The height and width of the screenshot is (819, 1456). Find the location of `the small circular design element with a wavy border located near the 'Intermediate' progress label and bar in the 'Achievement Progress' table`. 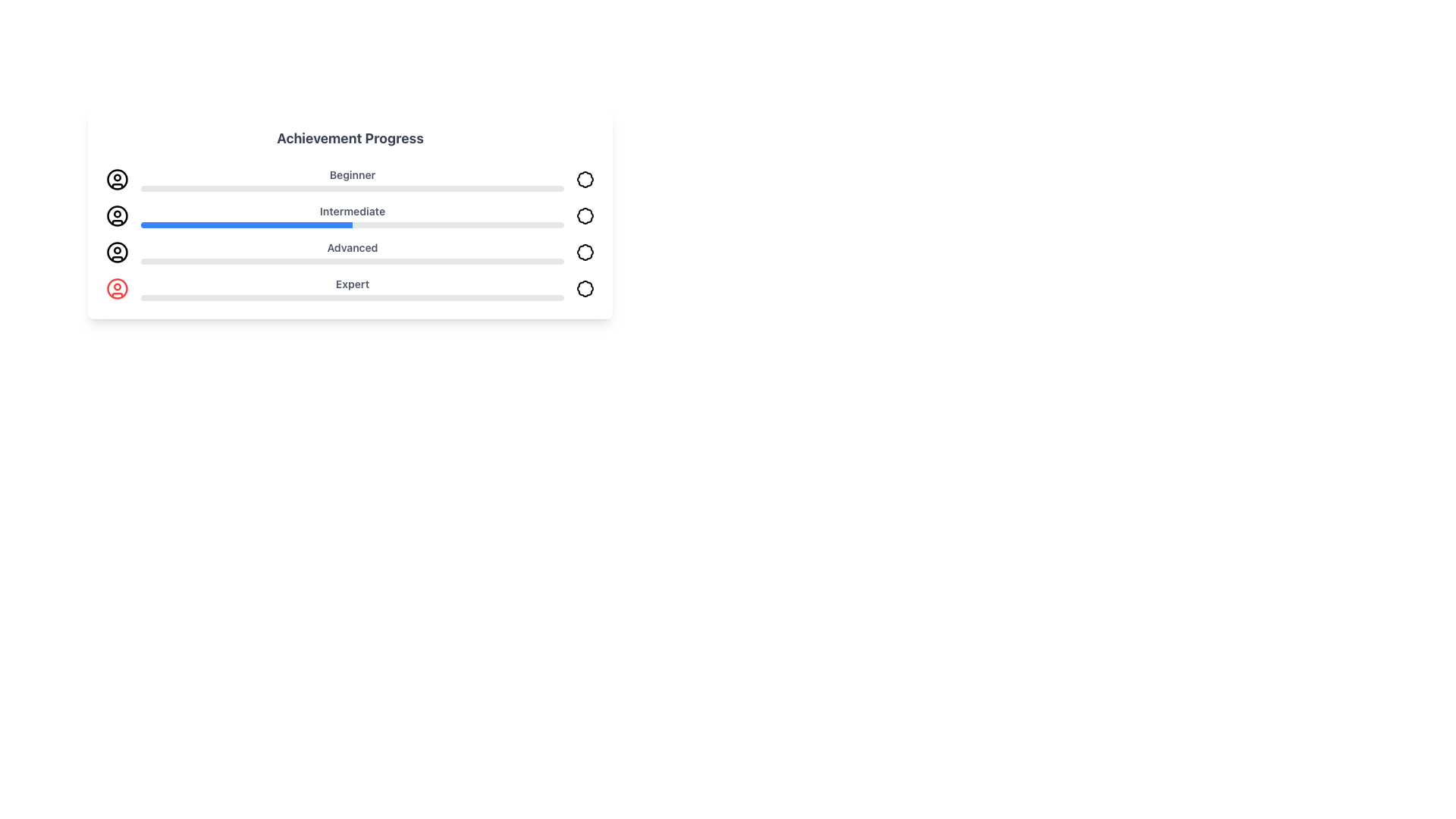

the small circular design element with a wavy border located near the 'Intermediate' progress label and bar in the 'Achievement Progress' table is located at coordinates (585, 216).